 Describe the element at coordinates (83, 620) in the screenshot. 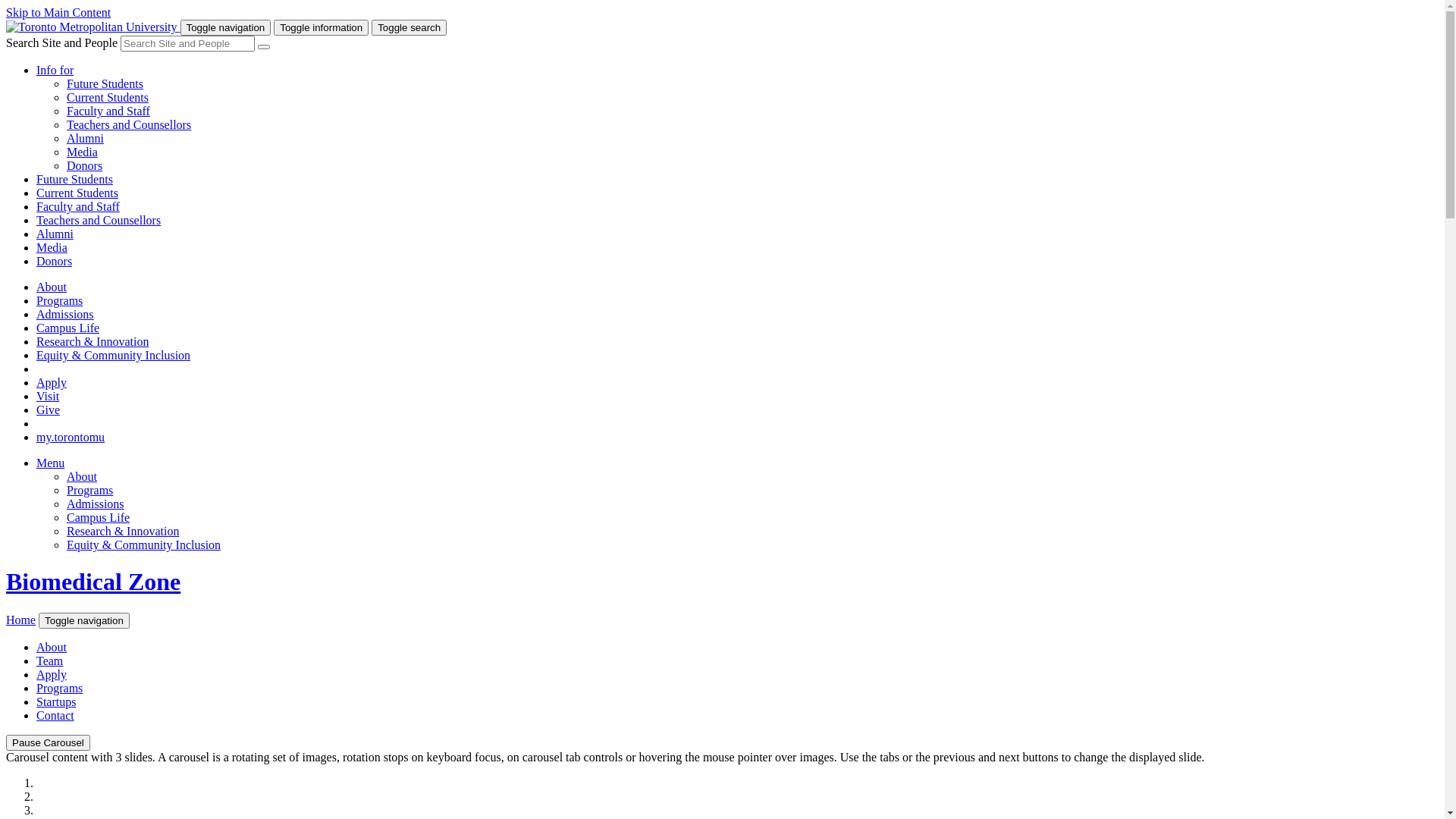

I see `'Toggle navigation'` at that location.